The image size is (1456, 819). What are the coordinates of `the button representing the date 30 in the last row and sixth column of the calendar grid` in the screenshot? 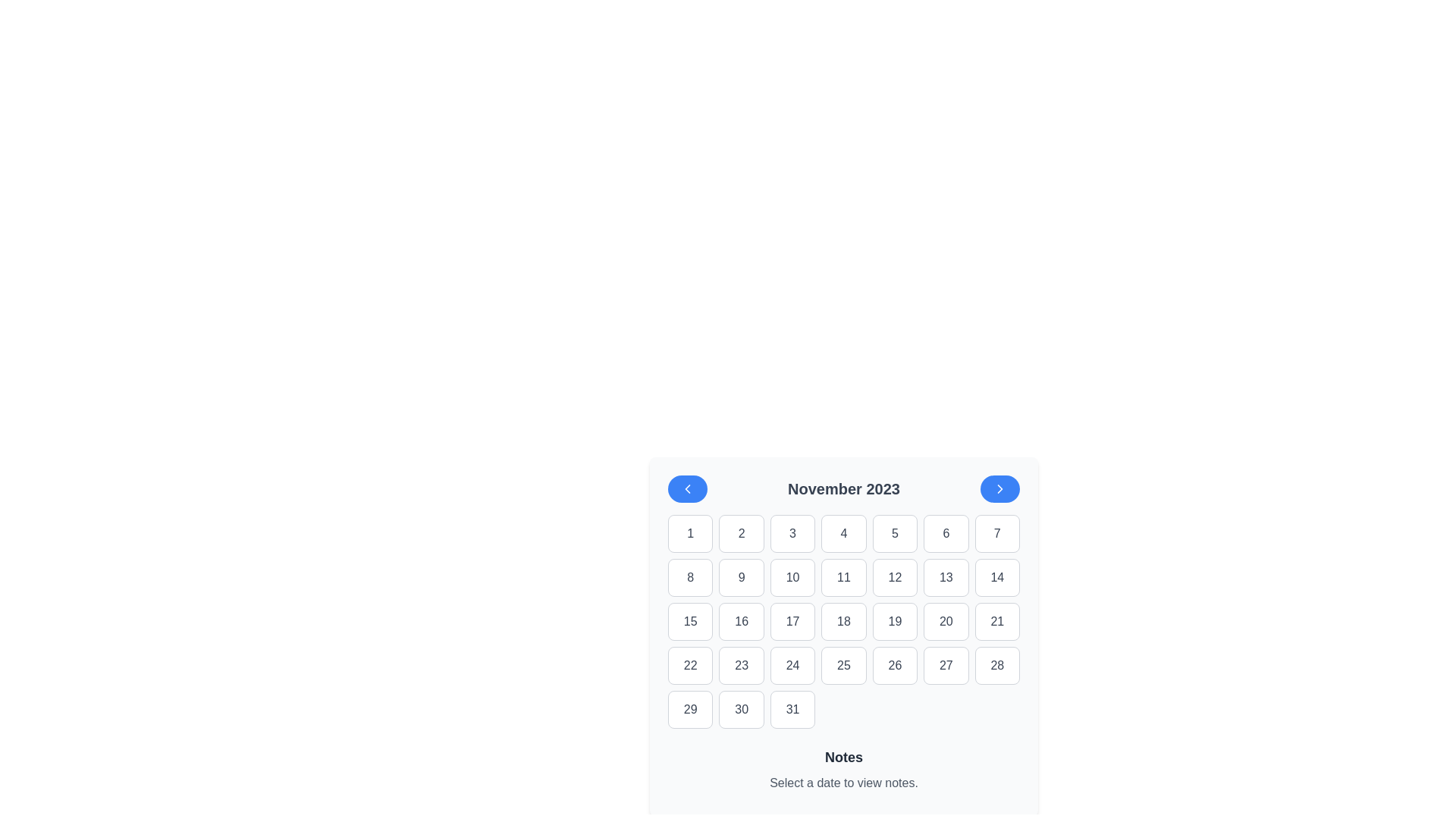 It's located at (742, 710).